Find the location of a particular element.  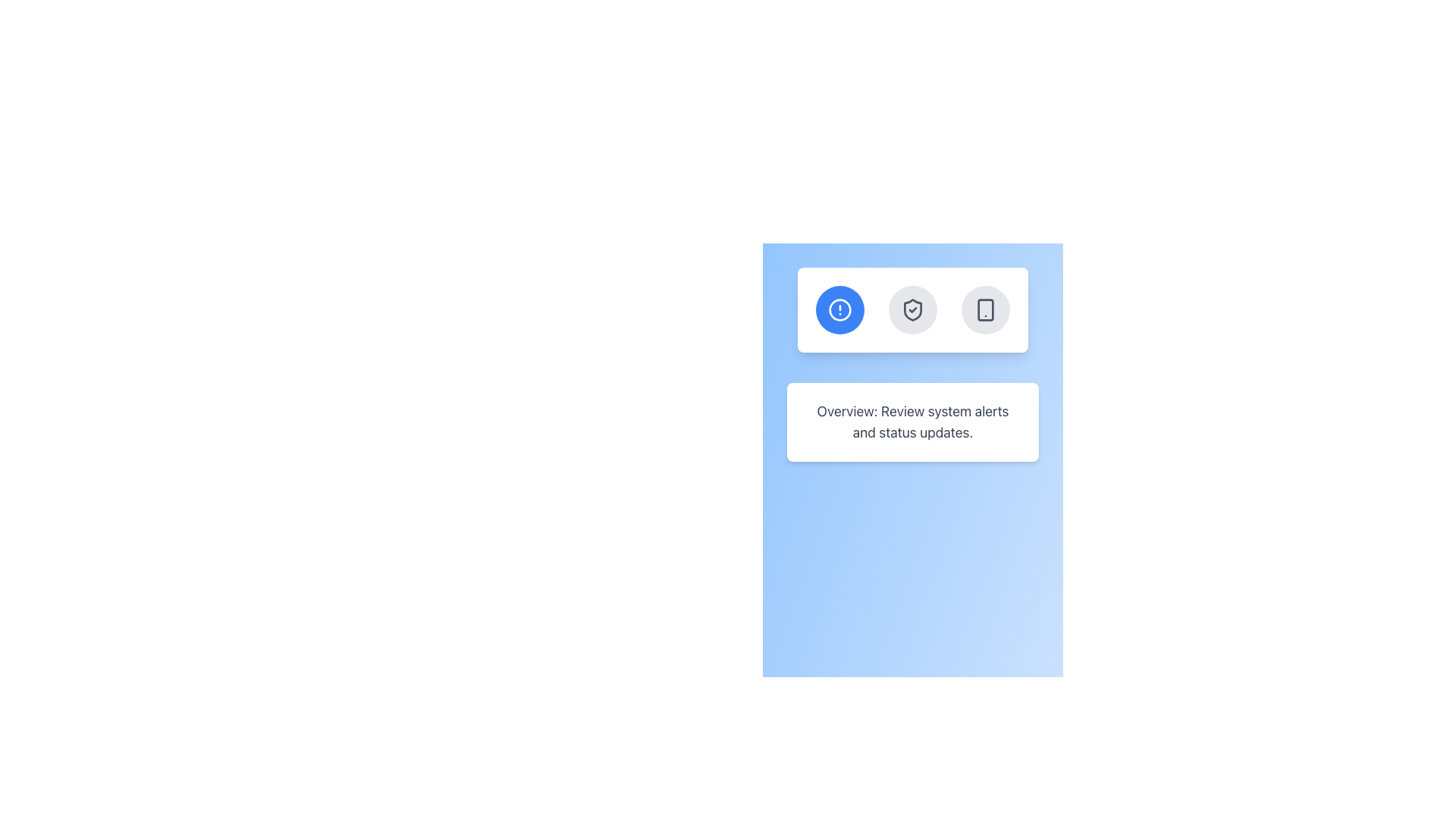

the central rectangular component of the smartphone icon, which is part of the rightmost group of three circular icon buttons on the interface is located at coordinates (986, 309).